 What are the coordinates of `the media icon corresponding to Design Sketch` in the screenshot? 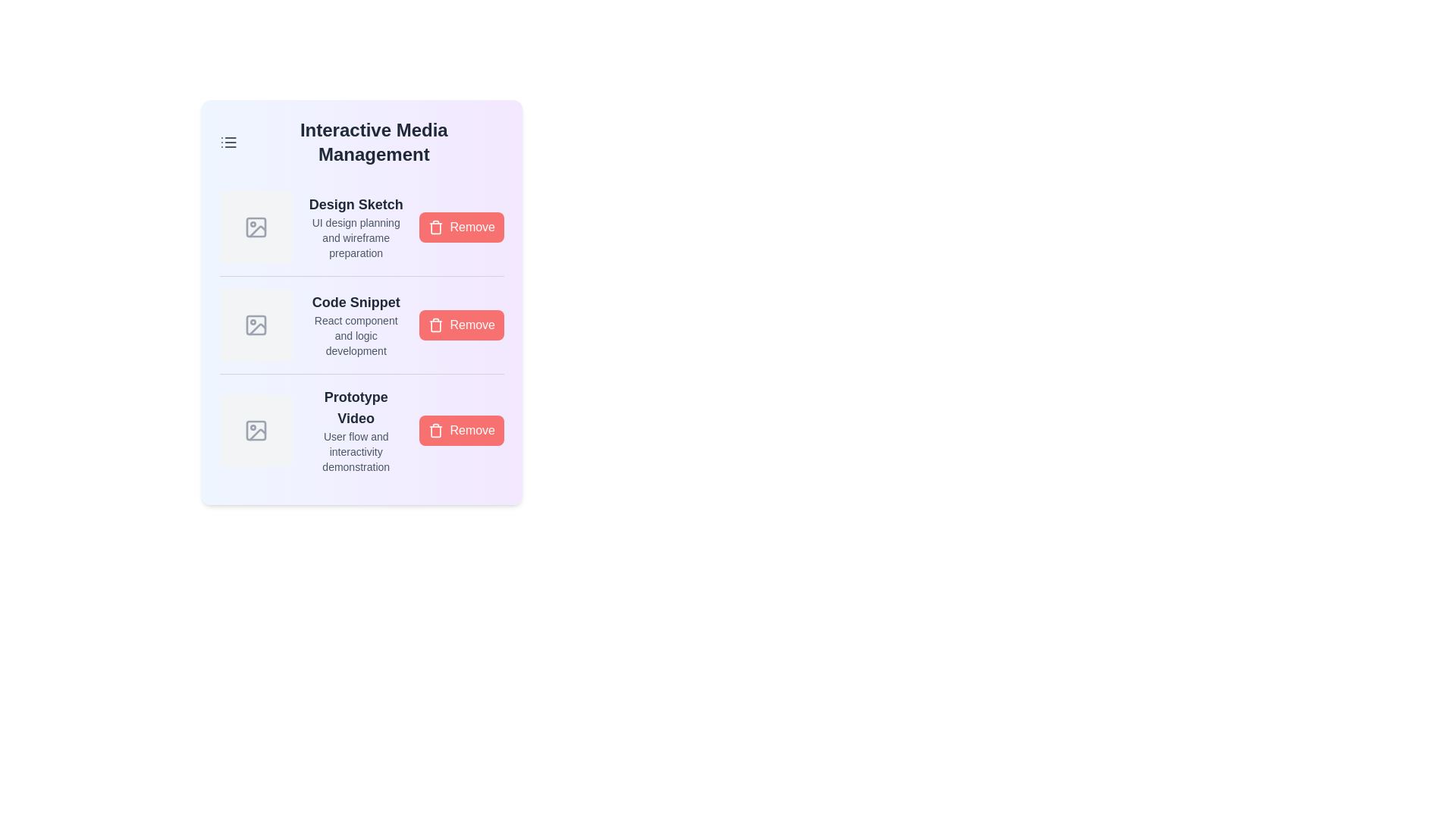 It's located at (256, 227).